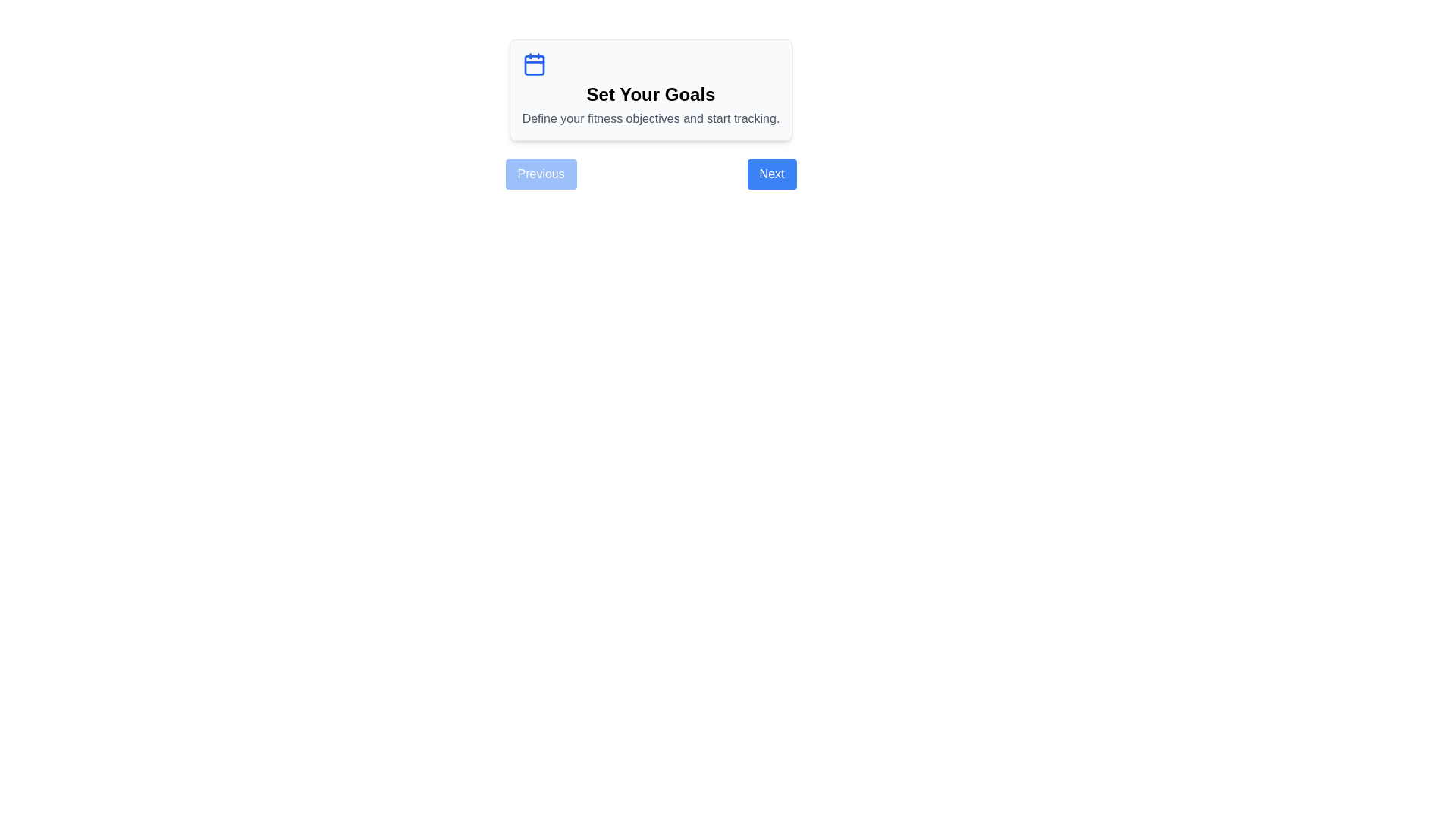 The width and height of the screenshot is (1456, 819). What do you see at coordinates (541, 174) in the screenshot?
I see `the navigation button located on the bottom left side of the button group, which is positioned to the left of the 'Next' button` at bounding box center [541, 174].